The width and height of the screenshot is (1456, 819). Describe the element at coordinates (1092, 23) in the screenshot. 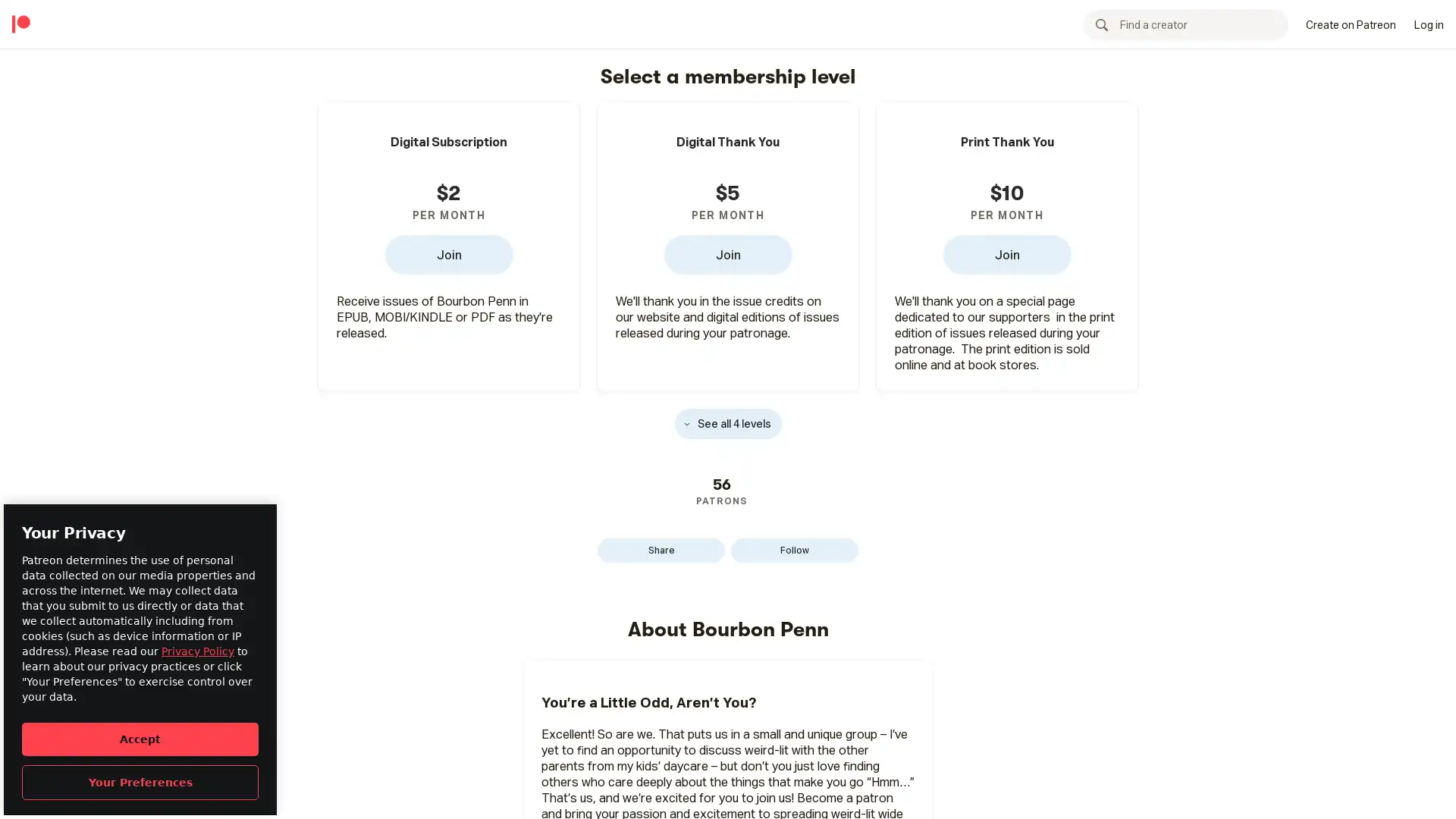

I see `Become a patron` at that location.